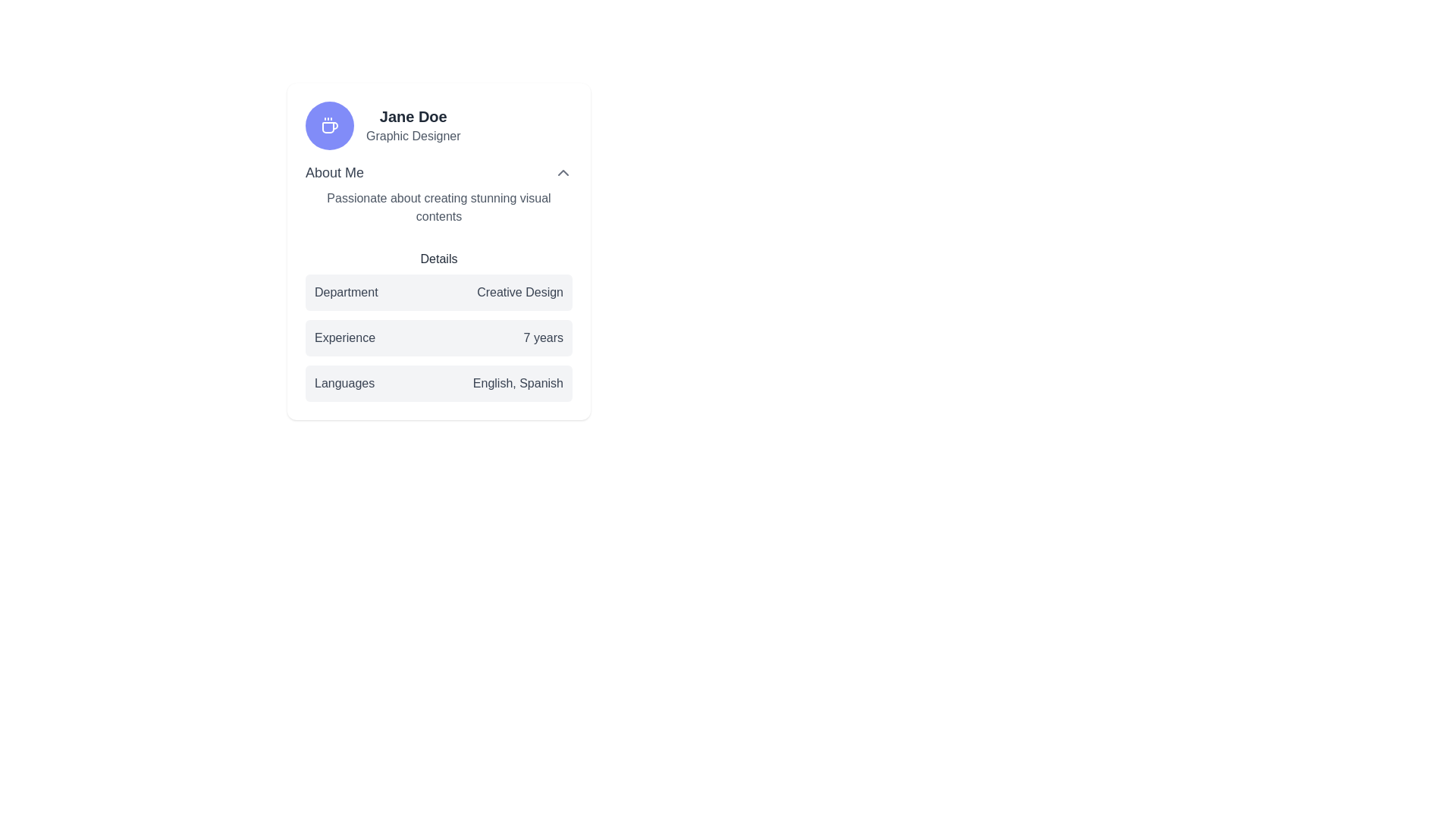  Describe the element at coordinates (413, 116) in the screenshot. I see `a screenreader` at that location.